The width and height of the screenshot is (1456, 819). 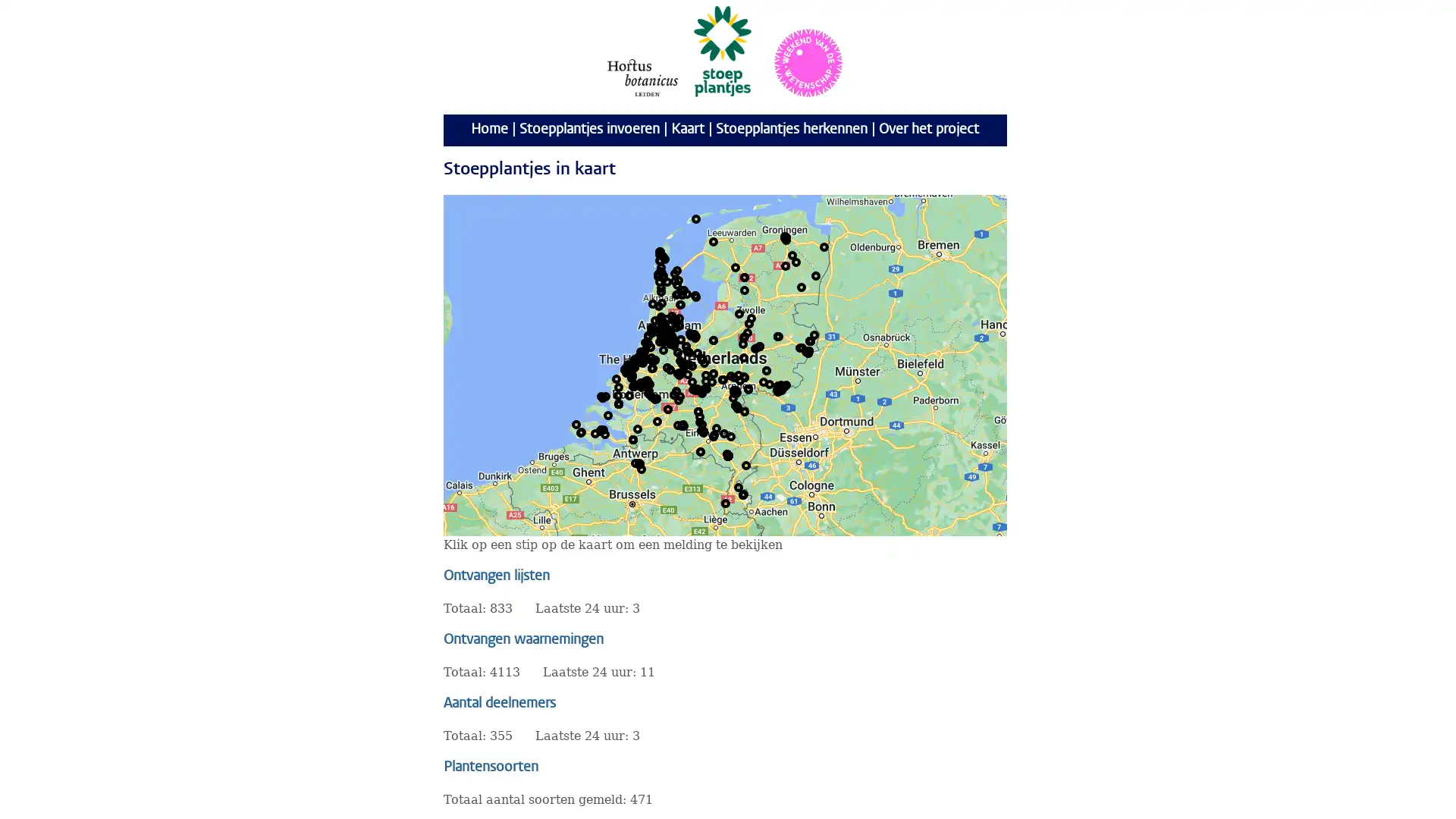 What do you see at coordinates (735, 265) in the screenshot?
I see `Telling van op 01 mei 2022` at bounding box center [735, 265].